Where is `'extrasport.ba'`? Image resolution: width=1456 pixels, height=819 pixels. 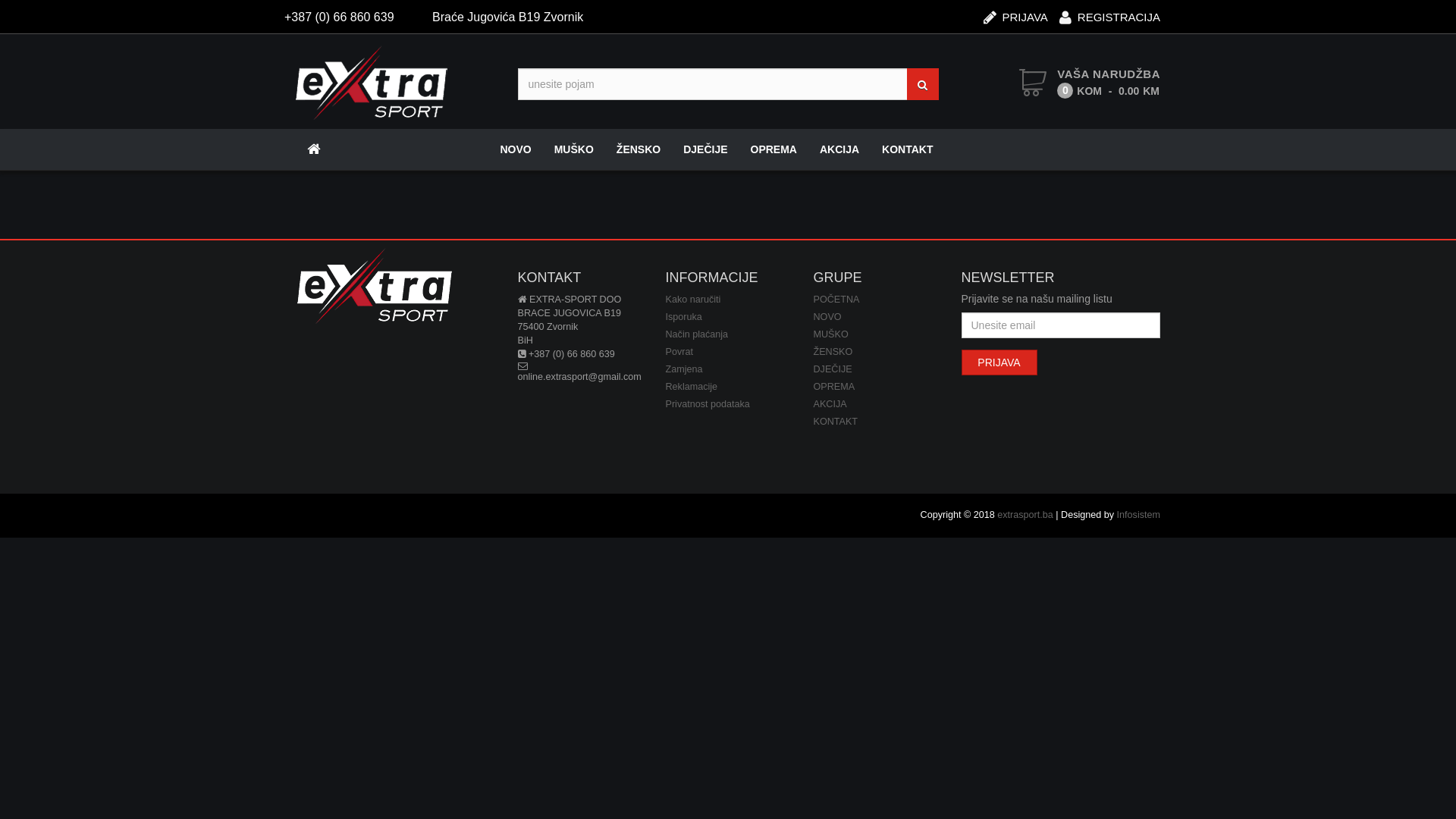 'extrasport.ba' is located at coordinates (1025, 513).